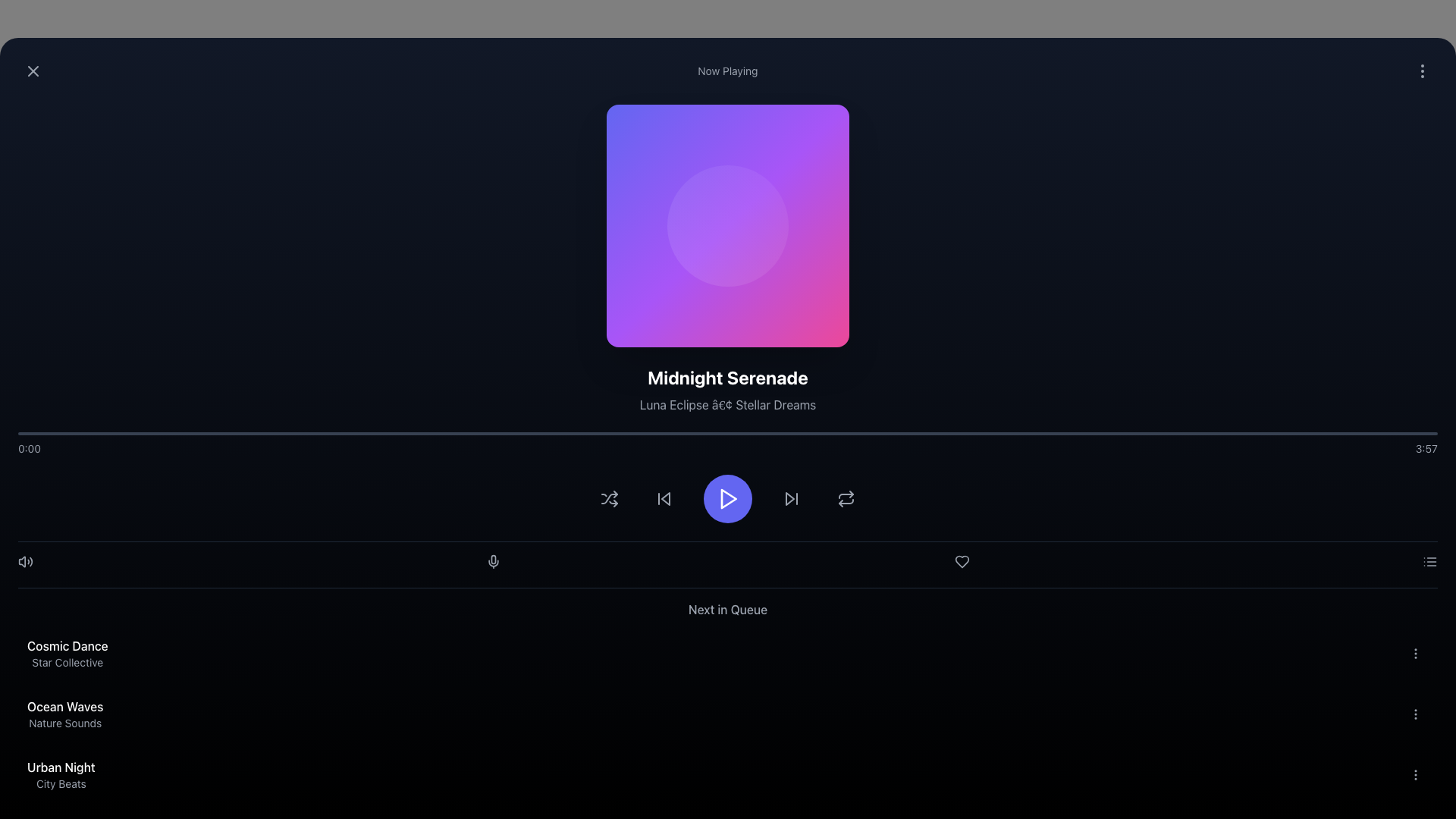 This screenshot has height=819, width=1456. I want to click on playback, so click(202, 433).